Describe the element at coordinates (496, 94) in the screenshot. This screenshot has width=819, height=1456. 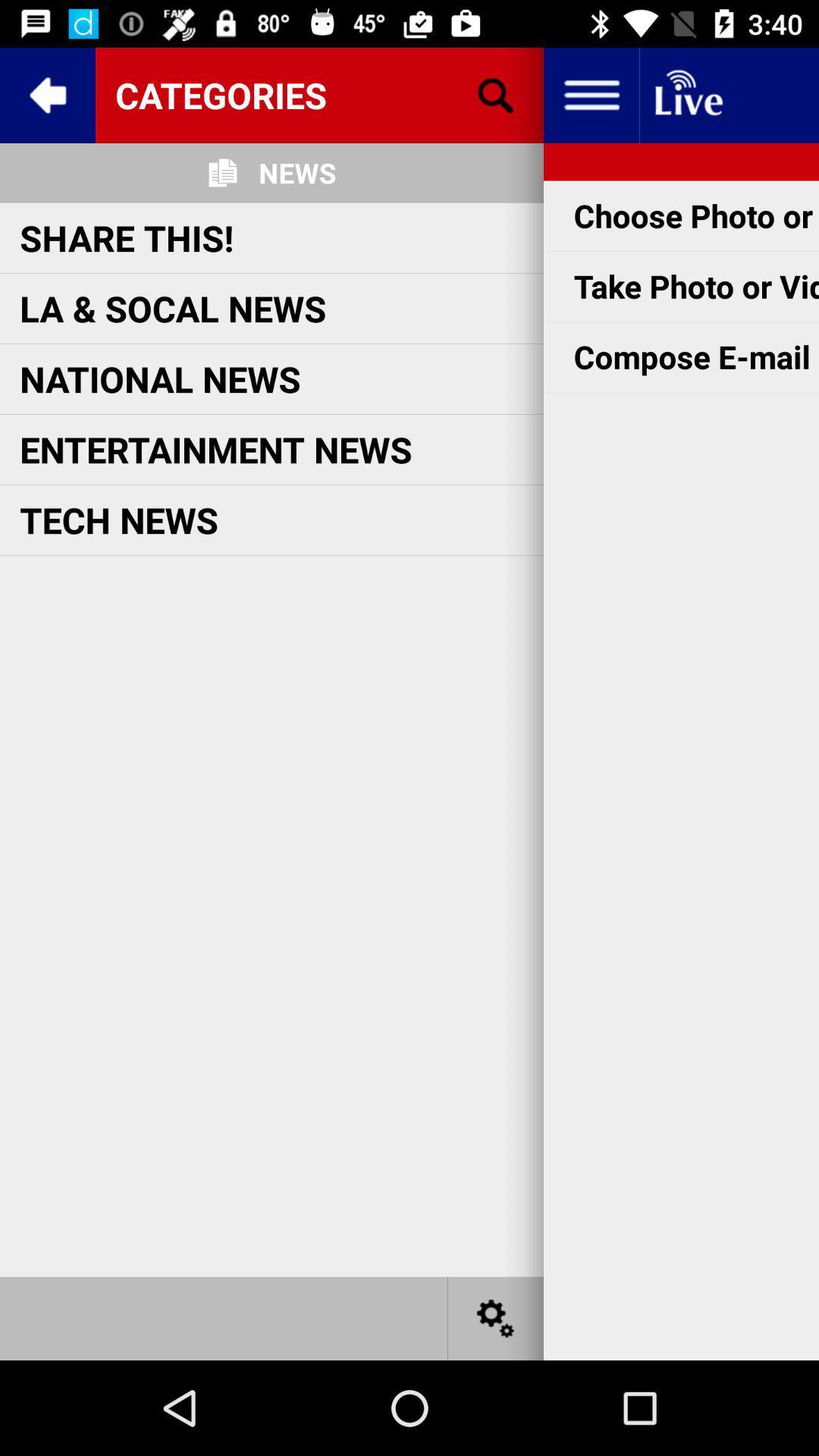
I see `the icon next to news icon` at that location.